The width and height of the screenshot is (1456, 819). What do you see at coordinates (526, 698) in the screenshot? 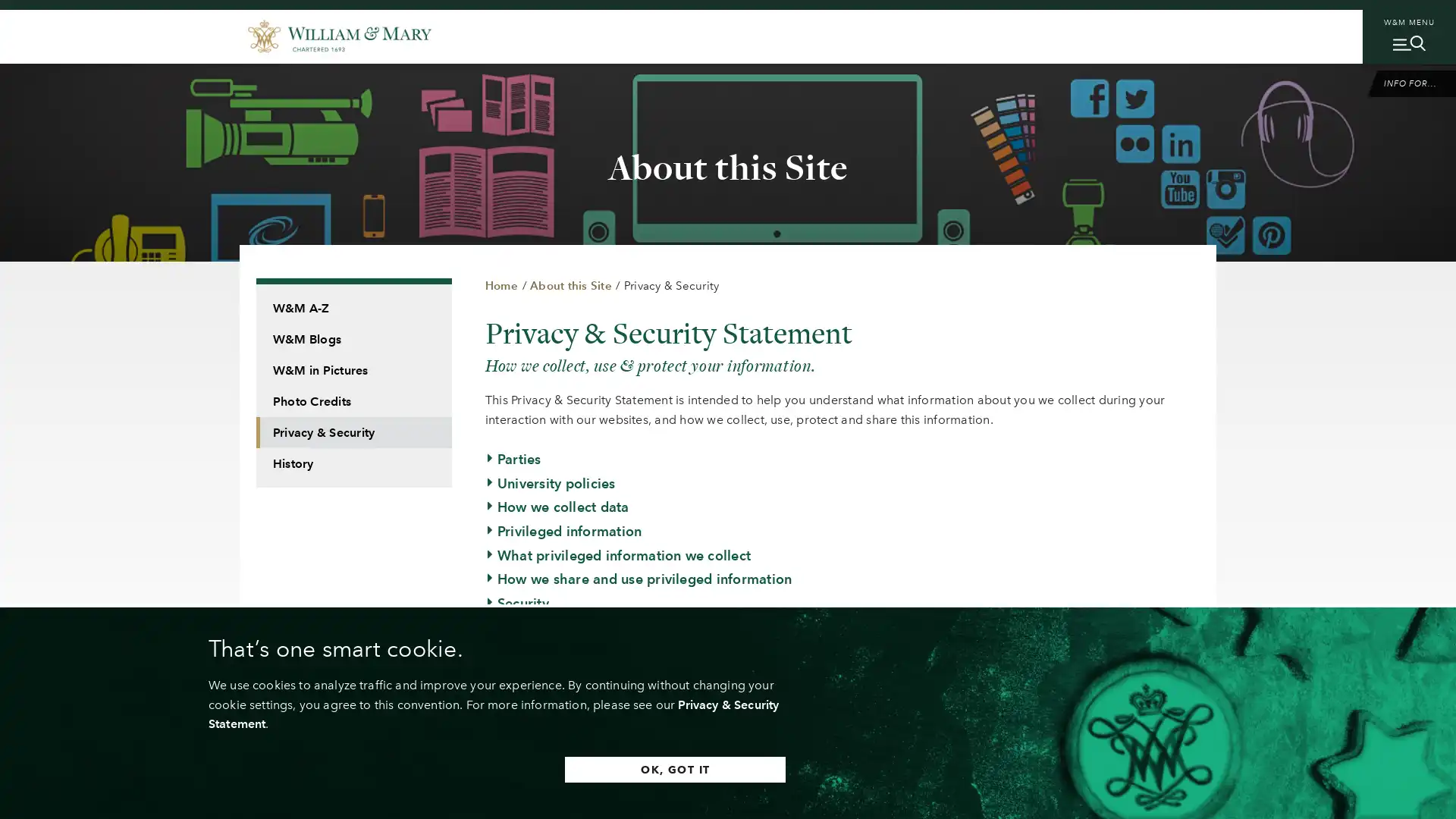
I see `Contact Us` at bounding box center [526, 698].